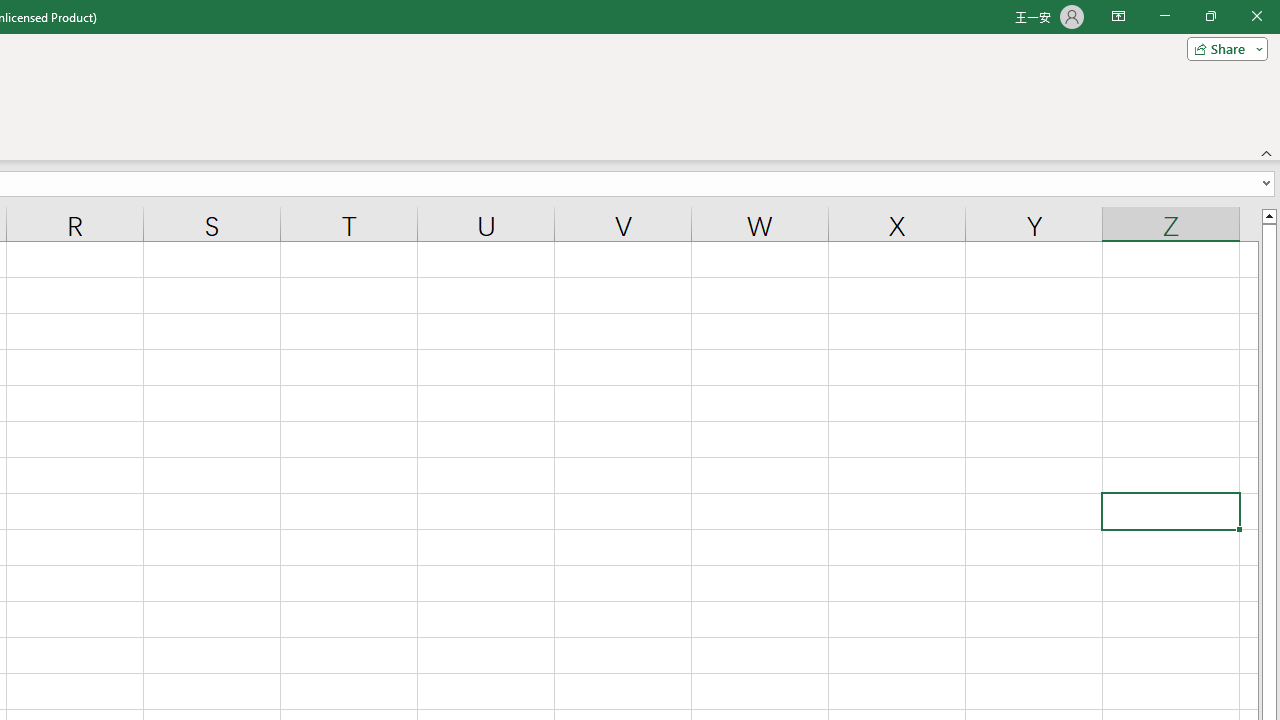 Image resolution: width=1280 pixels, height=720 pixels. I want to click on 'Minimize', so click(1164, 16).